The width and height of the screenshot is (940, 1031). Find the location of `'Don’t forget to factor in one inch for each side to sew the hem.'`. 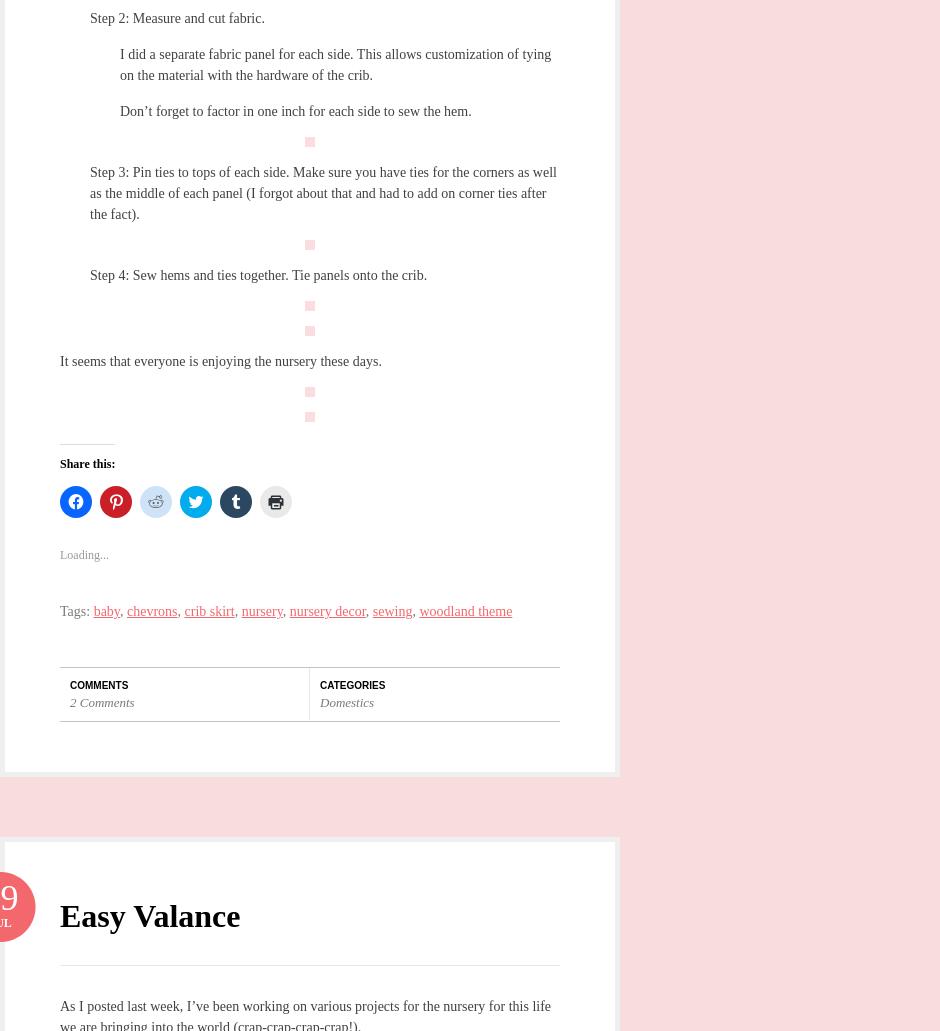

'Don’t forget to factor in one inch for each side to sew the hem.' is located at coordinates (294, 110).